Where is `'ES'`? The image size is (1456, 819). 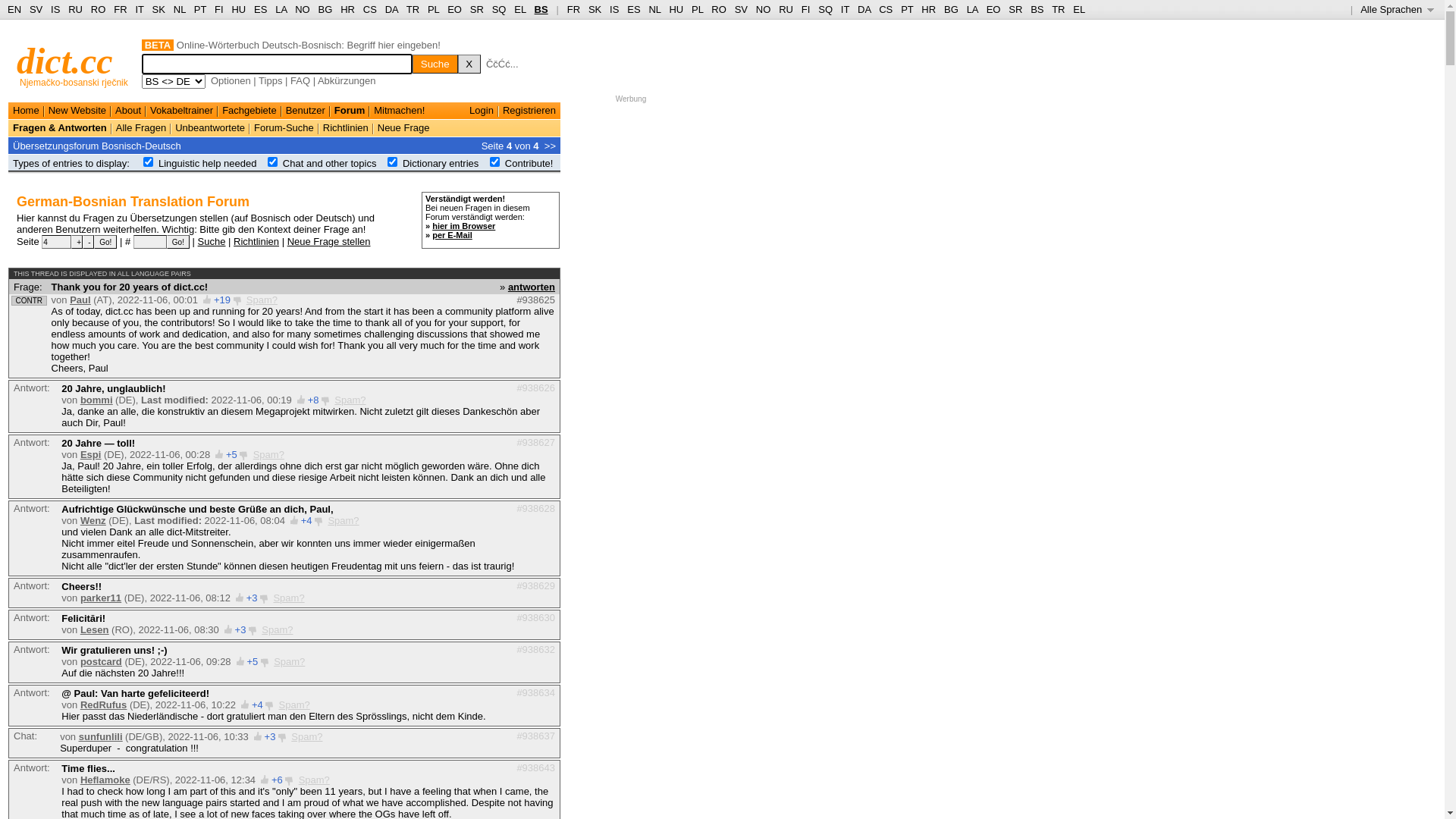
'ES' is located at coordinates (254, 9).